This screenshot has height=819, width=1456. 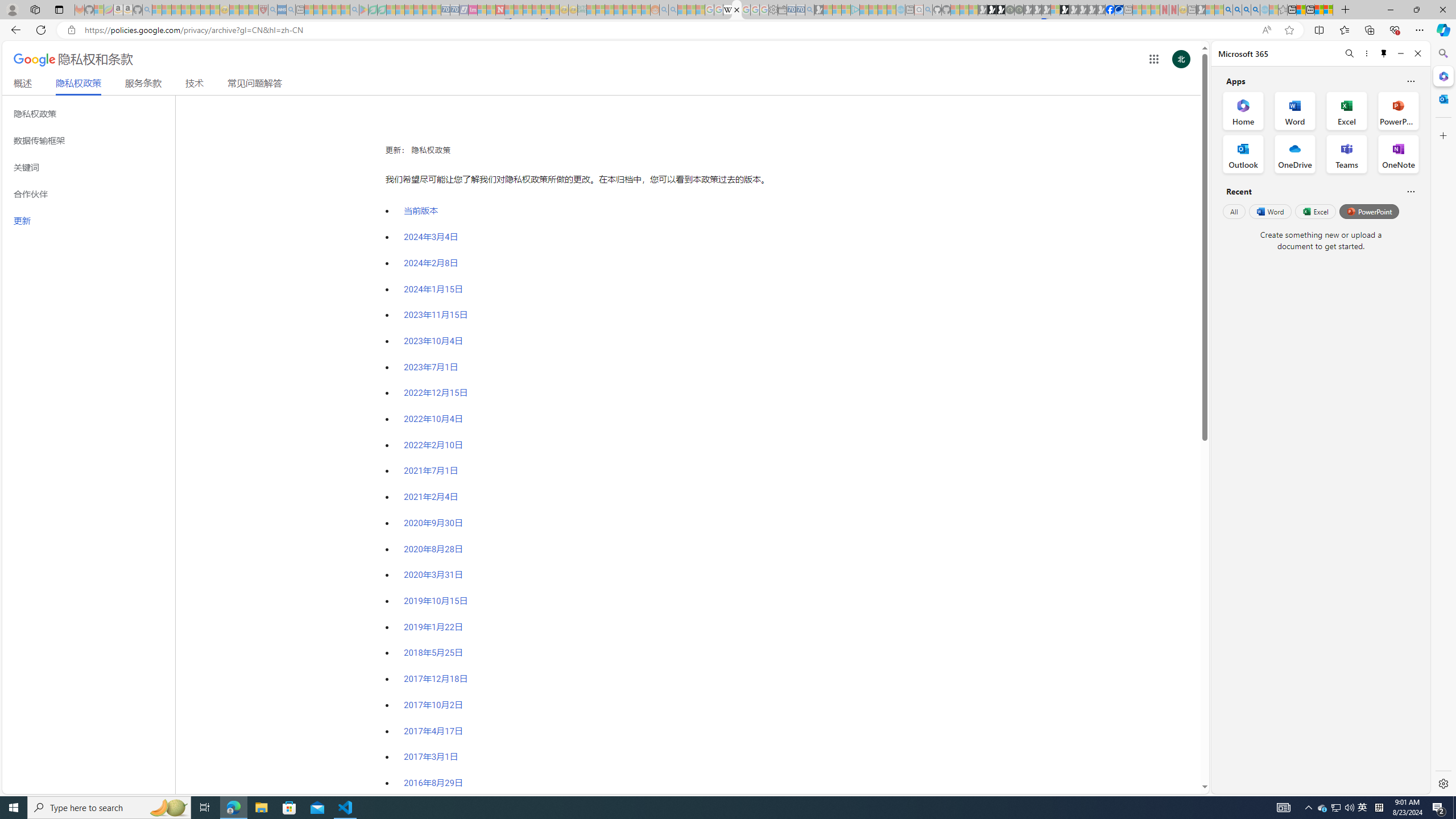 I want to click on 'Bing Real Estate - Home sales and rental listings - Sleeping', so click(x=809, y=9).